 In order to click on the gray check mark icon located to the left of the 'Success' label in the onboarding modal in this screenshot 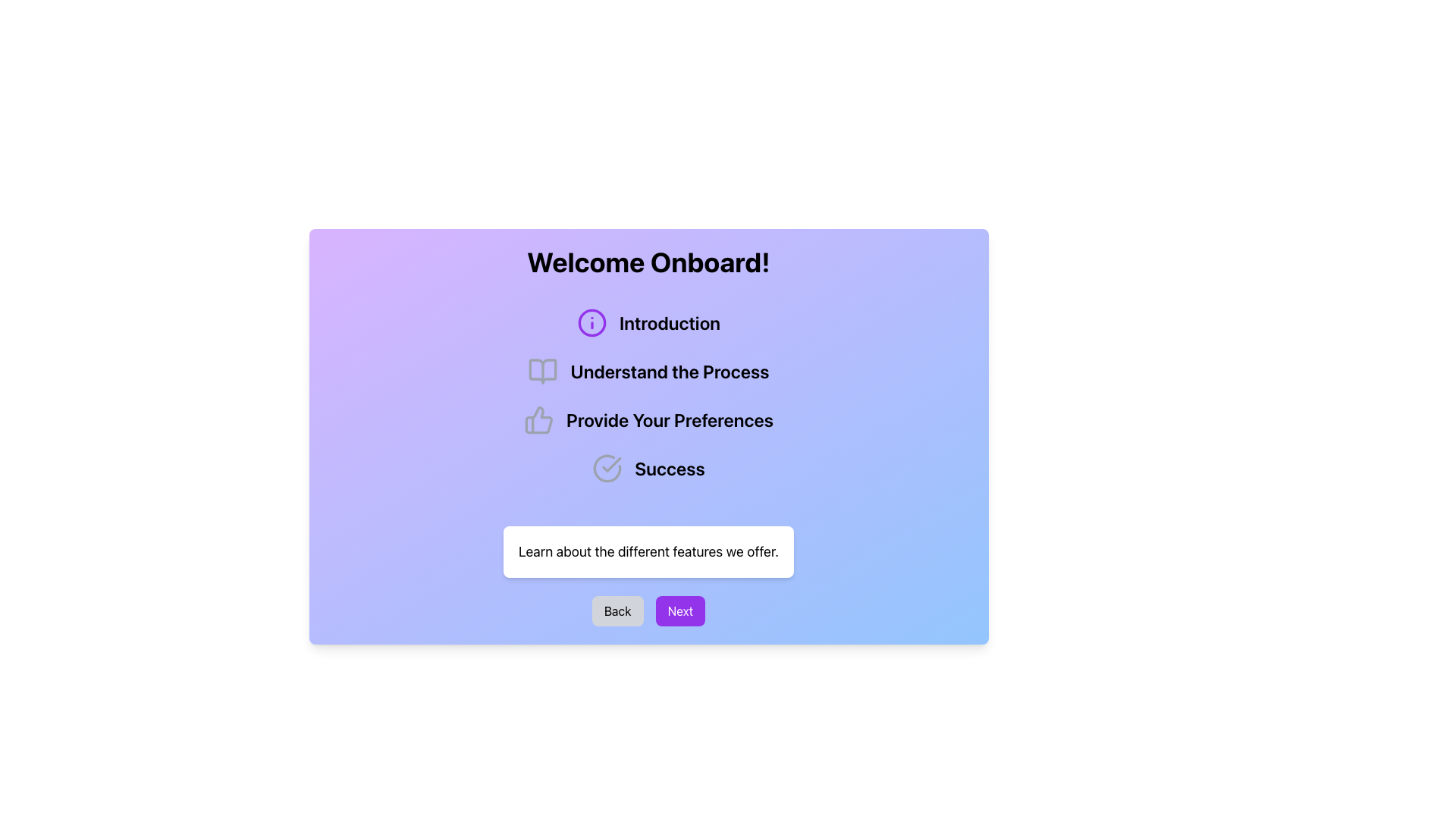, I will do `click(607, 467)`.